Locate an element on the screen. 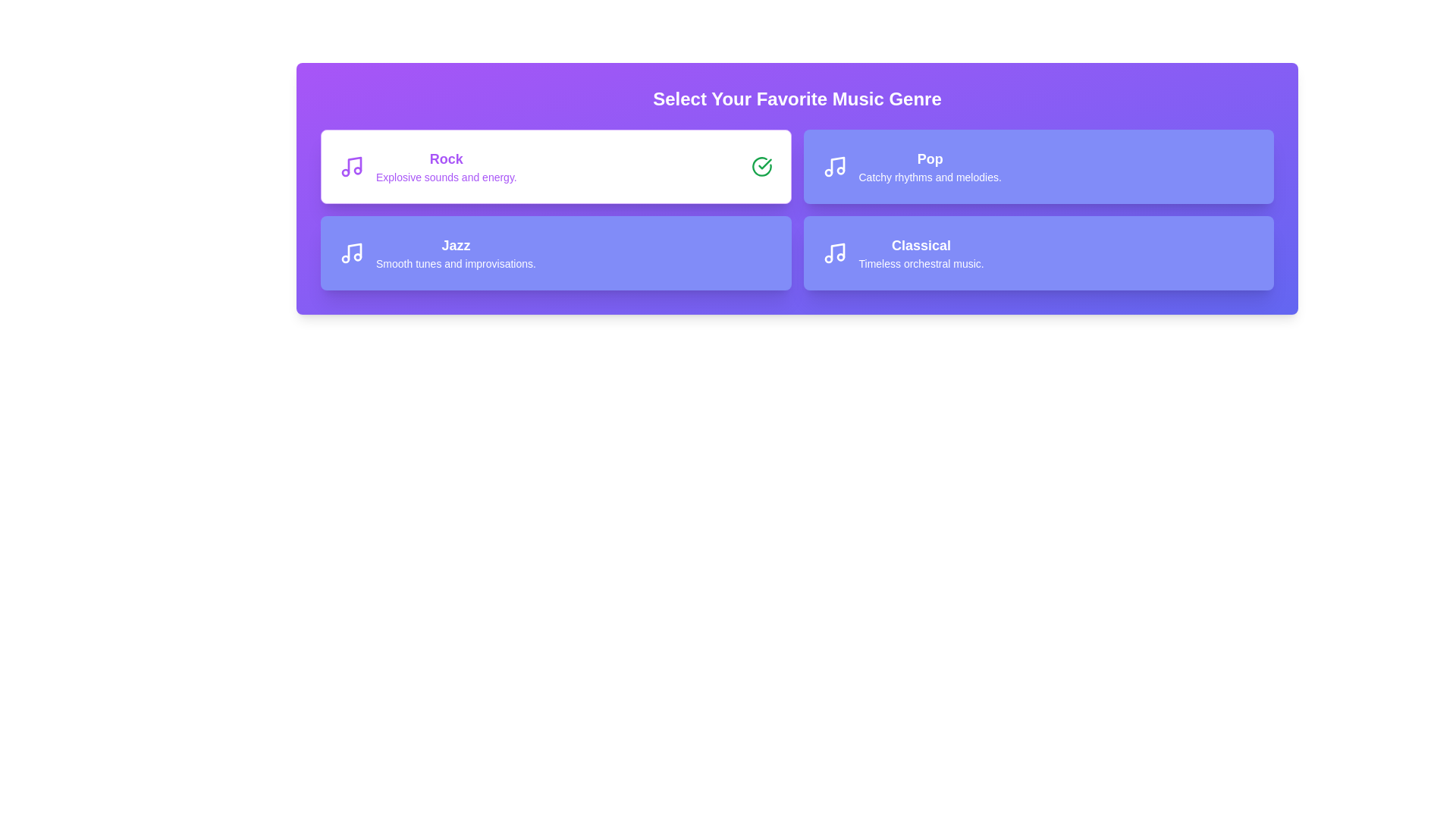 The image size is (1456, 819). the design of the musical notes icon located in the top-left corner of the 'Jazz' card, which has a white outline on a light blue background is located at coordinates (351, 253).